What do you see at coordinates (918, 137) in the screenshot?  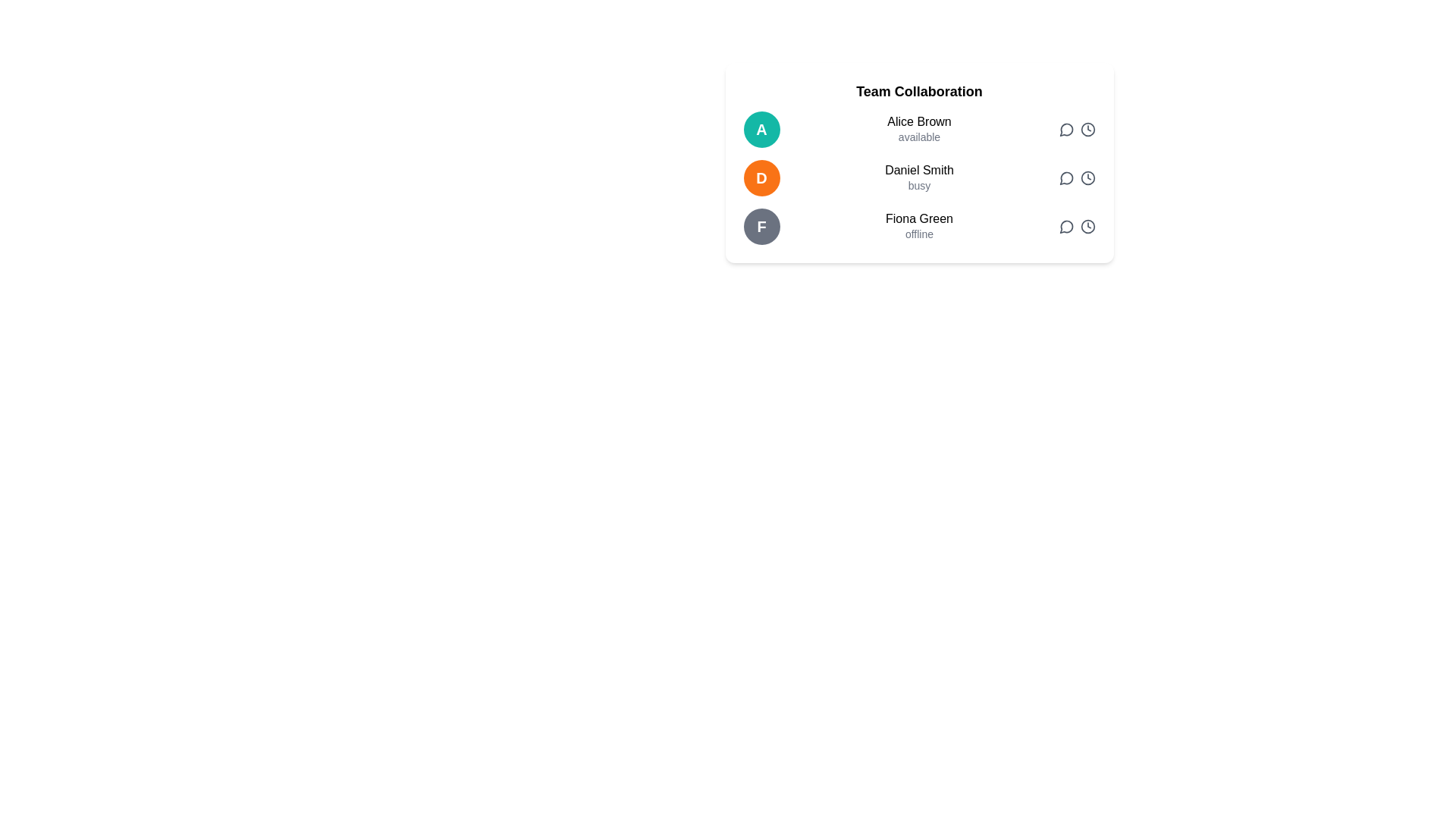 I see `the availability status text label indicating the status of 'Alice Brown', positioned beneath her name and aligned with her avatar and action icons` at bounding box center [918, 137].